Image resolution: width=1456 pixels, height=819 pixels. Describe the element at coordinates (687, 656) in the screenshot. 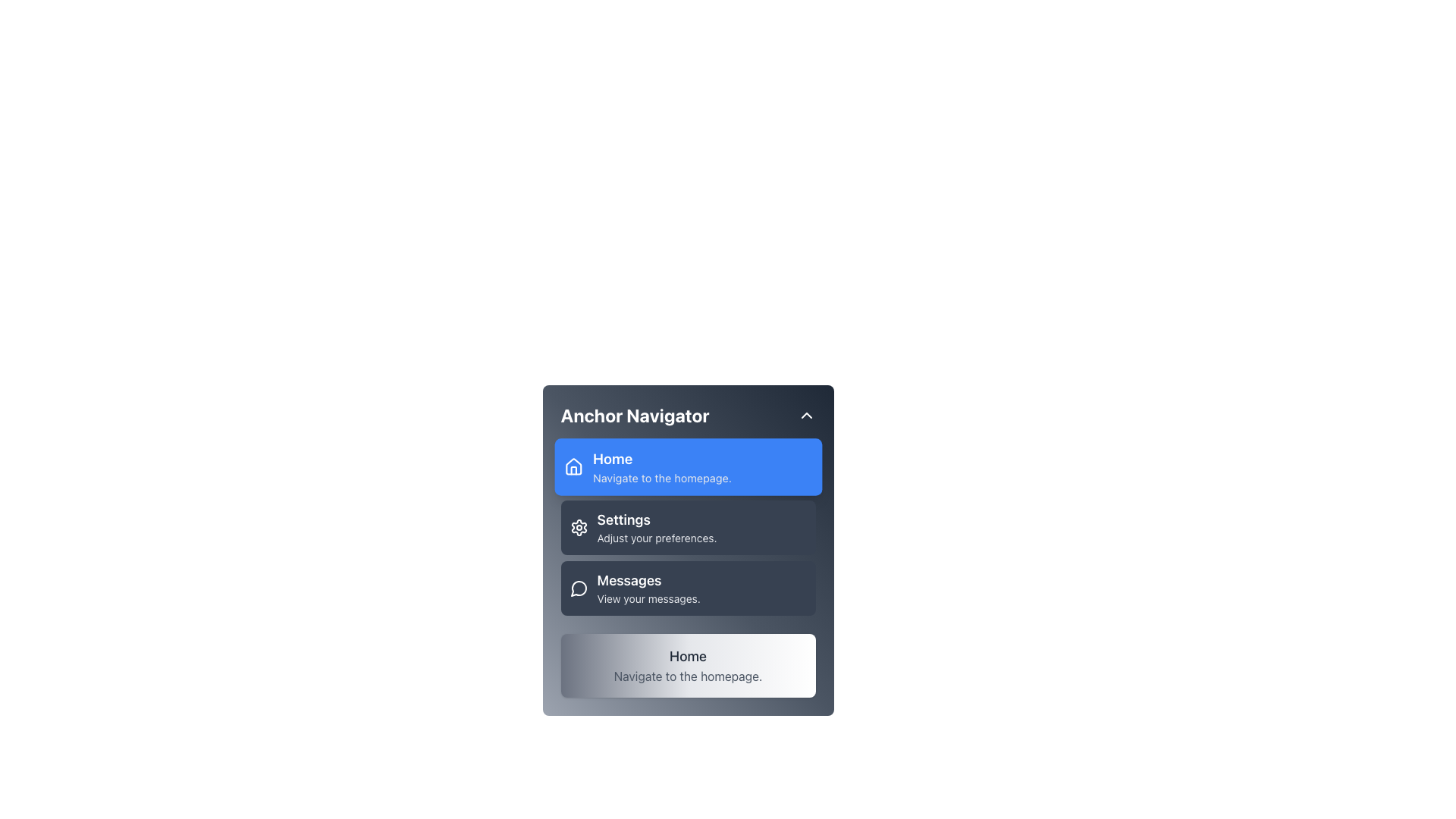

I see `the 'Home' text label, which is a piece of centered, medium-sized text in bold sans-serif font, displayed in dark gray against a light gradient background, located at the top of a rounded rectangular section in the 'Anchor Navigator' interface` at that location.